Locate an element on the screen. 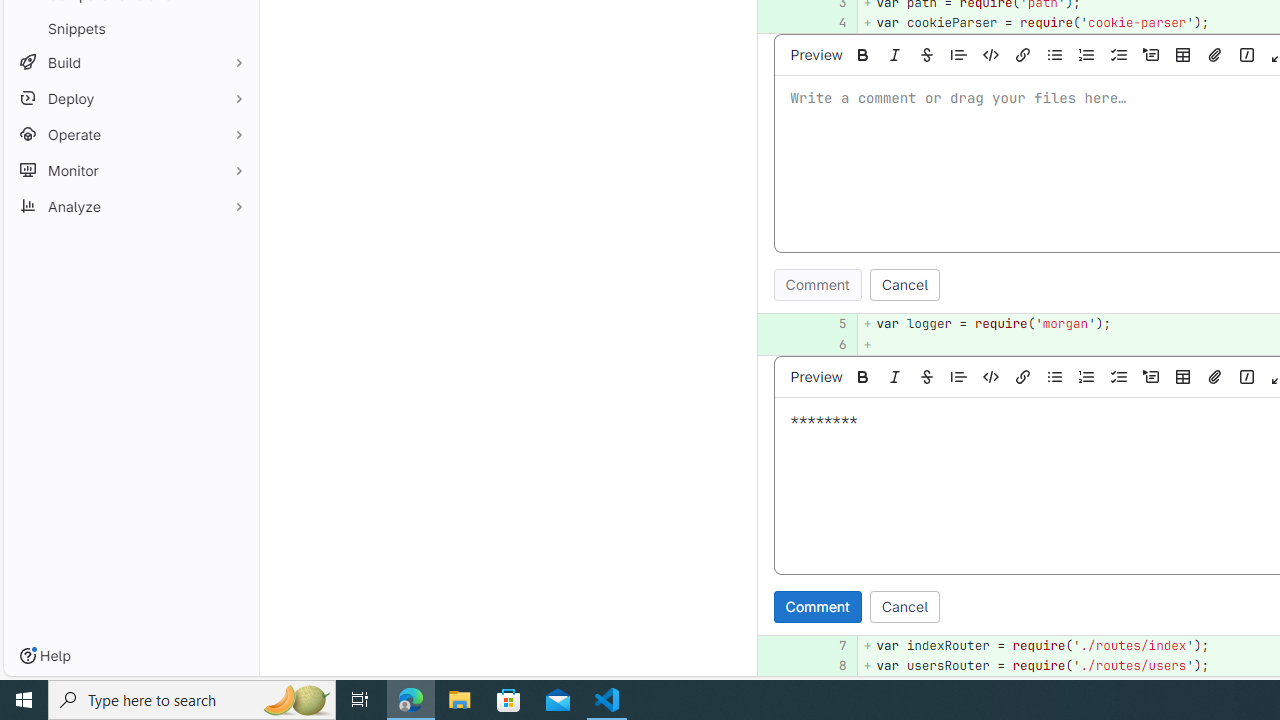 This screenshot has height=720, width=1280. 'Deploy' is located at coordinates (130, 98).